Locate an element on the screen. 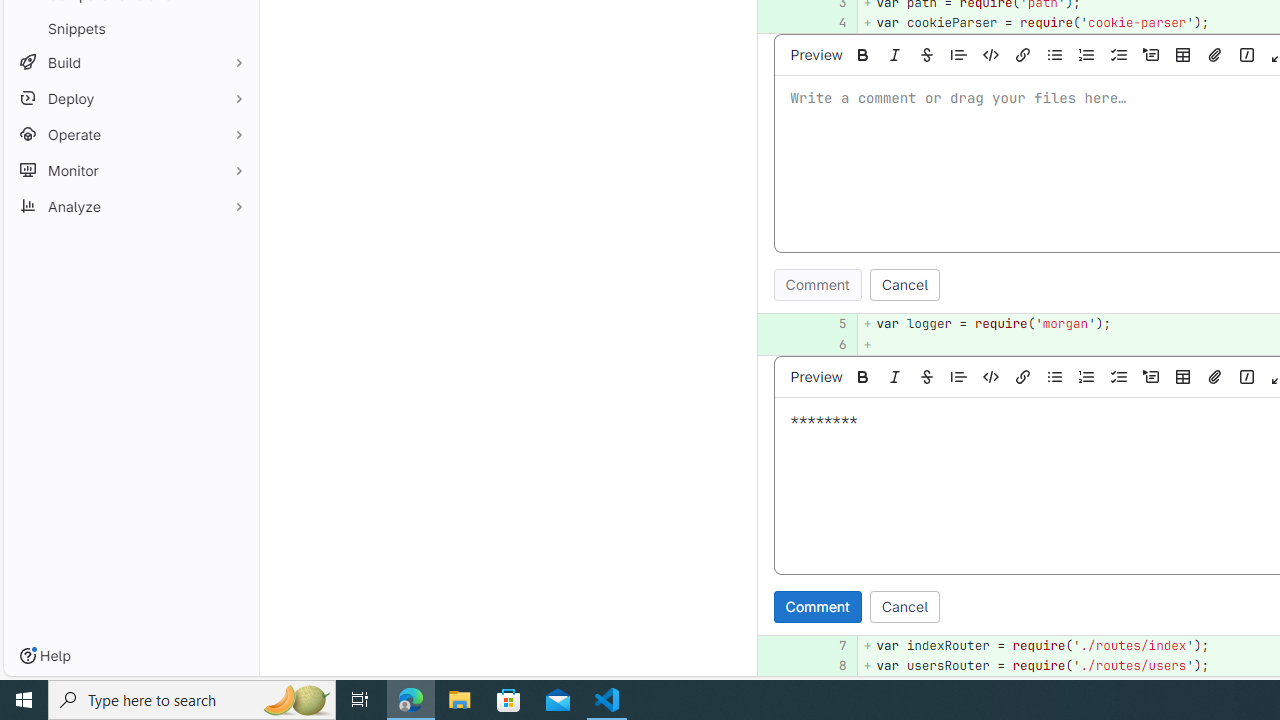 This screenshot has height=720, width=1280. 'Deploy' is located at coordinates (130, 98).